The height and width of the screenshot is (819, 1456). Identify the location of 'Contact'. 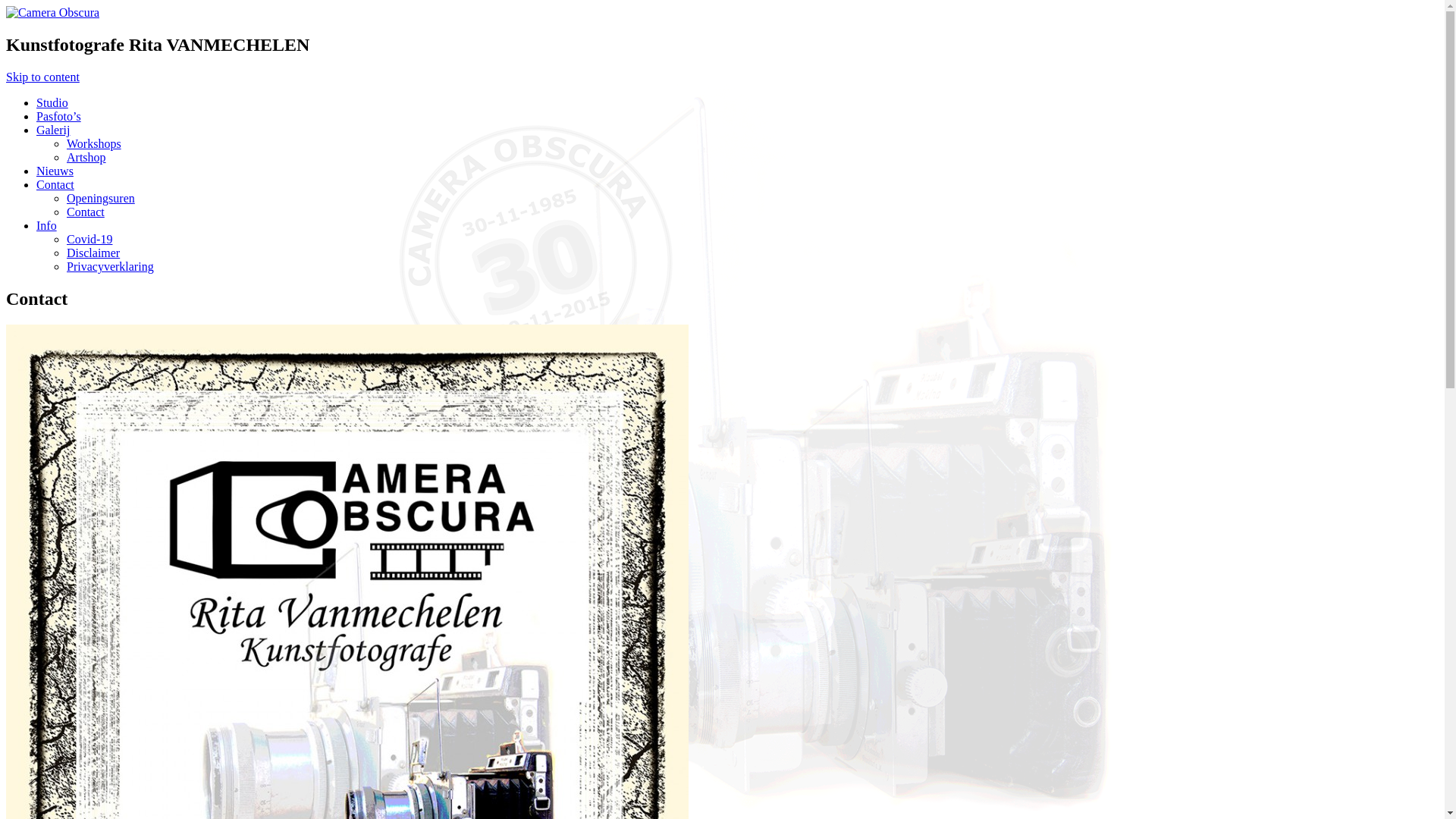
(85, 212).